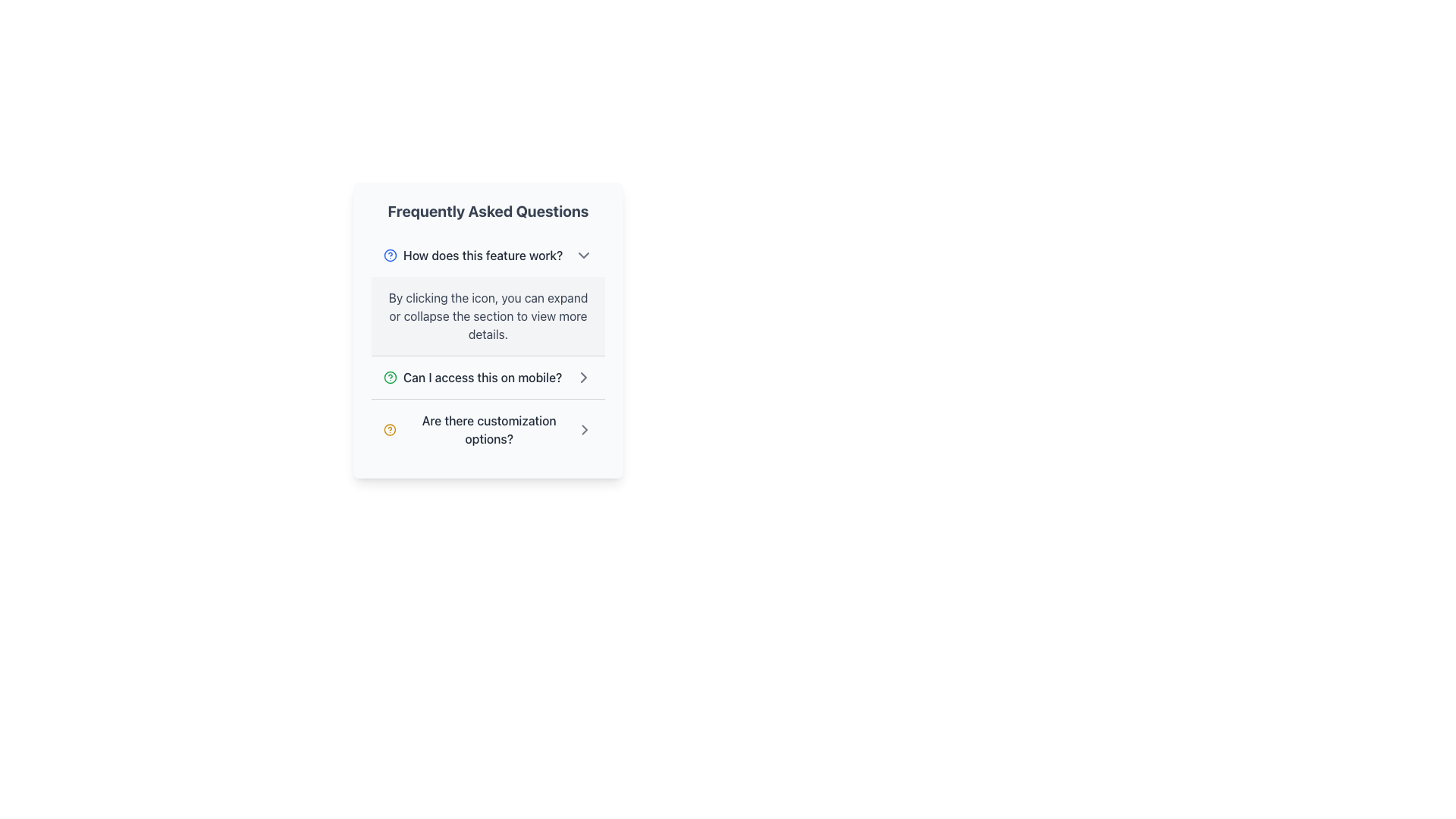 Image resolution: width=1456 pixels, height=819 pixels. Describe the element at coordinates (488, 254) in the screenshot. I see `the Collapsible list item header that displays the question 'How does this feature work?' in dark gray font, with a blue question mark icon to the left and a light gray downward chevron icon to the right, located in the FAQ section` at that location.